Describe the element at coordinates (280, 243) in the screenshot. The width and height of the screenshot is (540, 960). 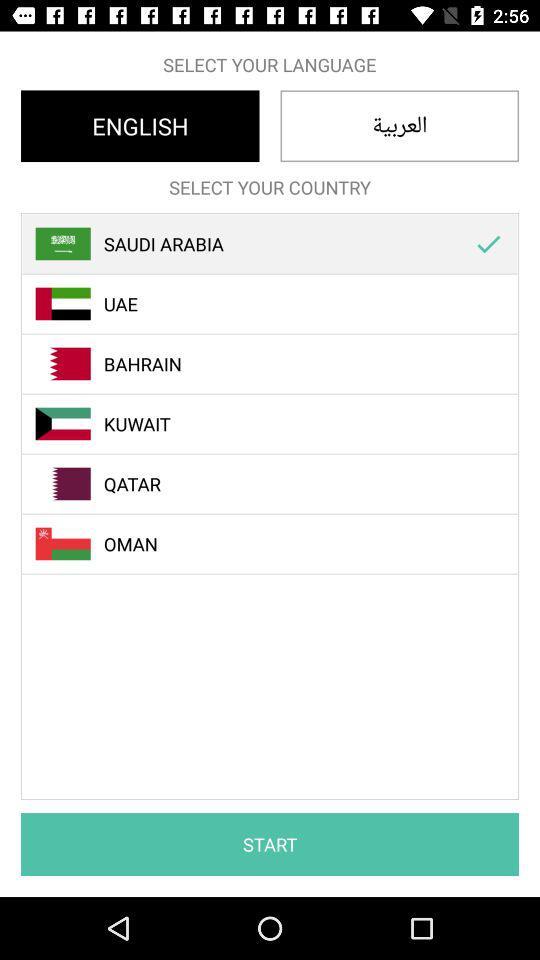
I see `saudi arabia` at that location.